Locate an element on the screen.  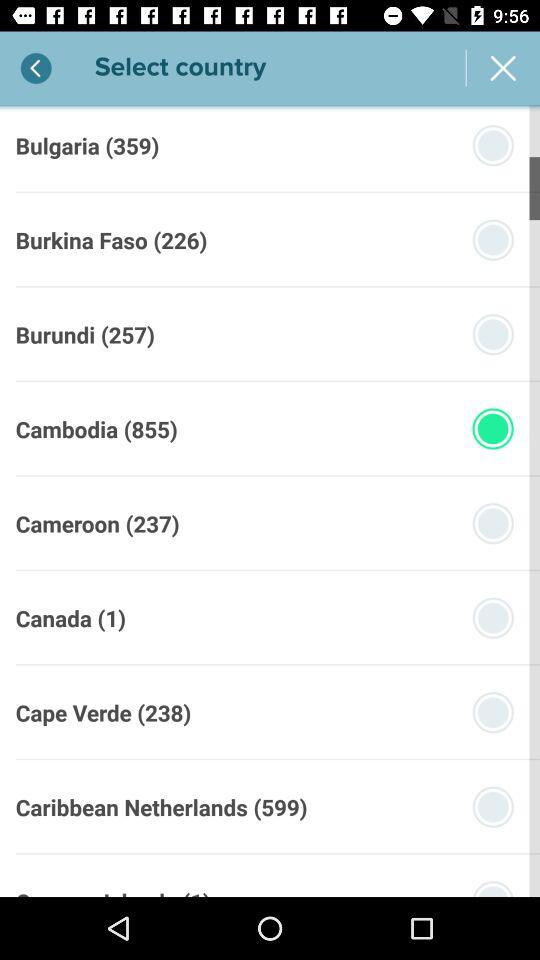
canada (1) icon is located at coordinates (69, 617).